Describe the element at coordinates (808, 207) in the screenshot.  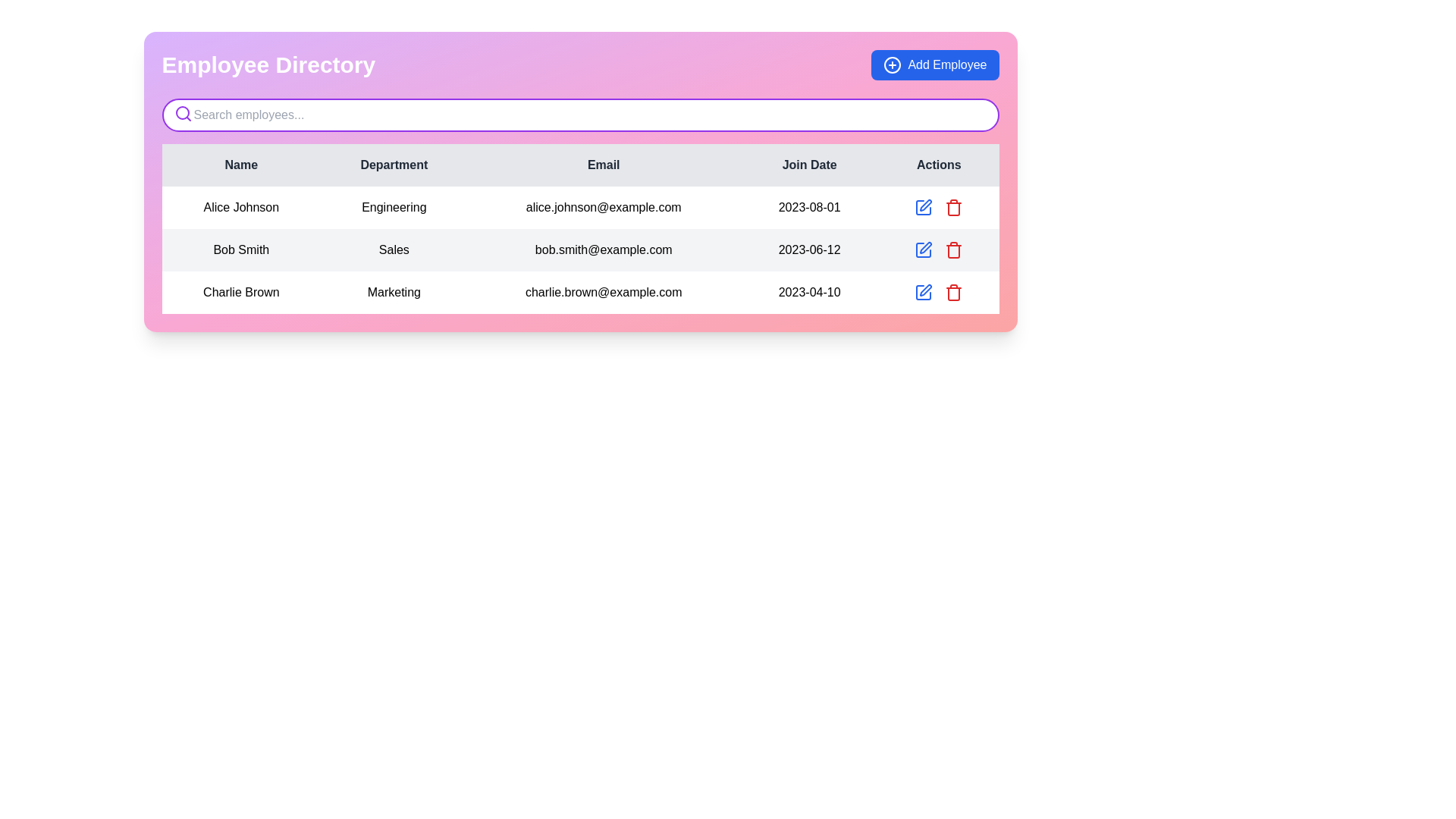
I see `text label displaying the date '2023-08-01' located in the fourth column of the first row under the 'Join Date' header in the table` at that location.